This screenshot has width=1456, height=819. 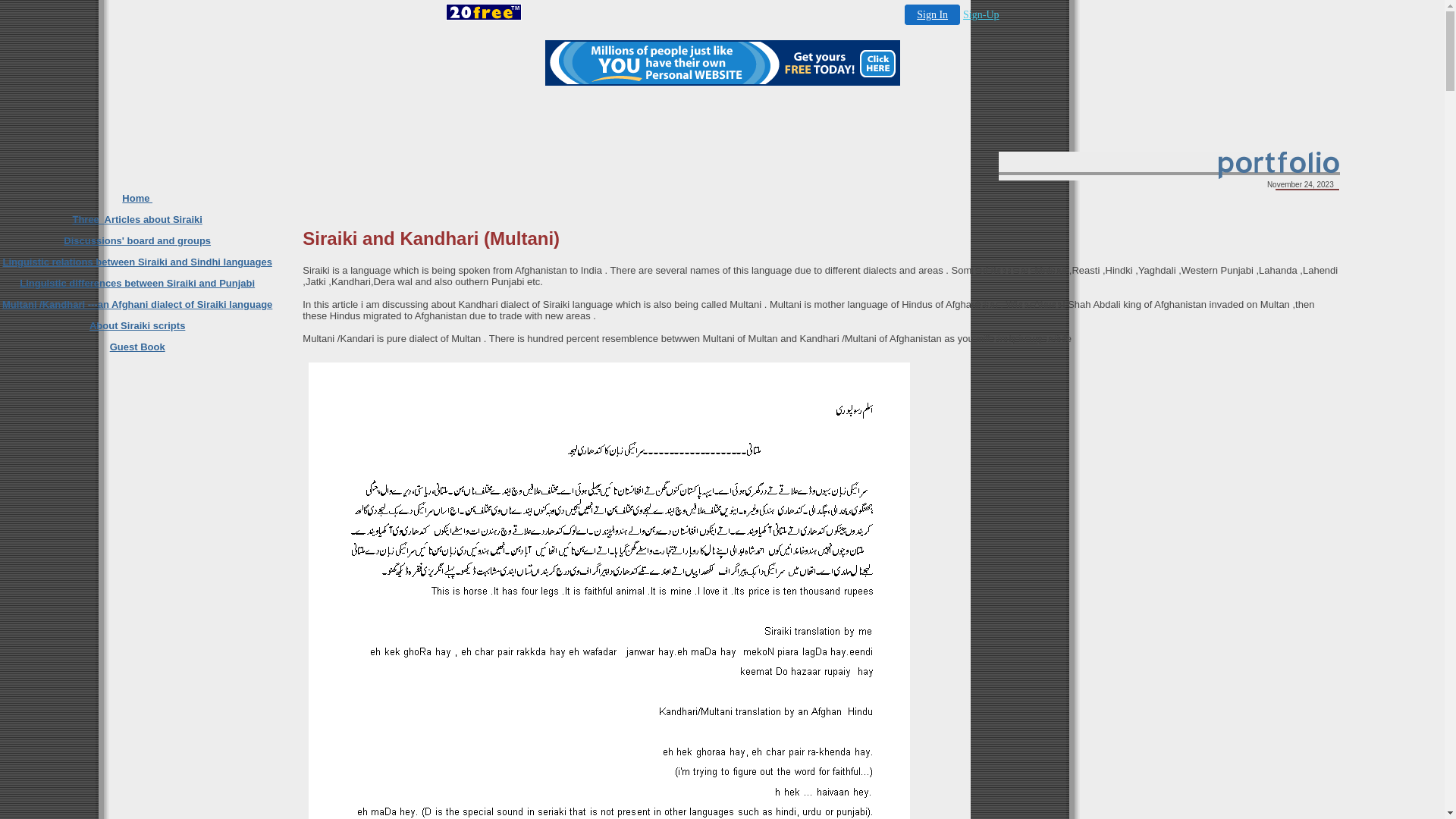 I want to click on 'Linguistic relations between Siraiki and Sindhi languages', so click(x=136, y=261).